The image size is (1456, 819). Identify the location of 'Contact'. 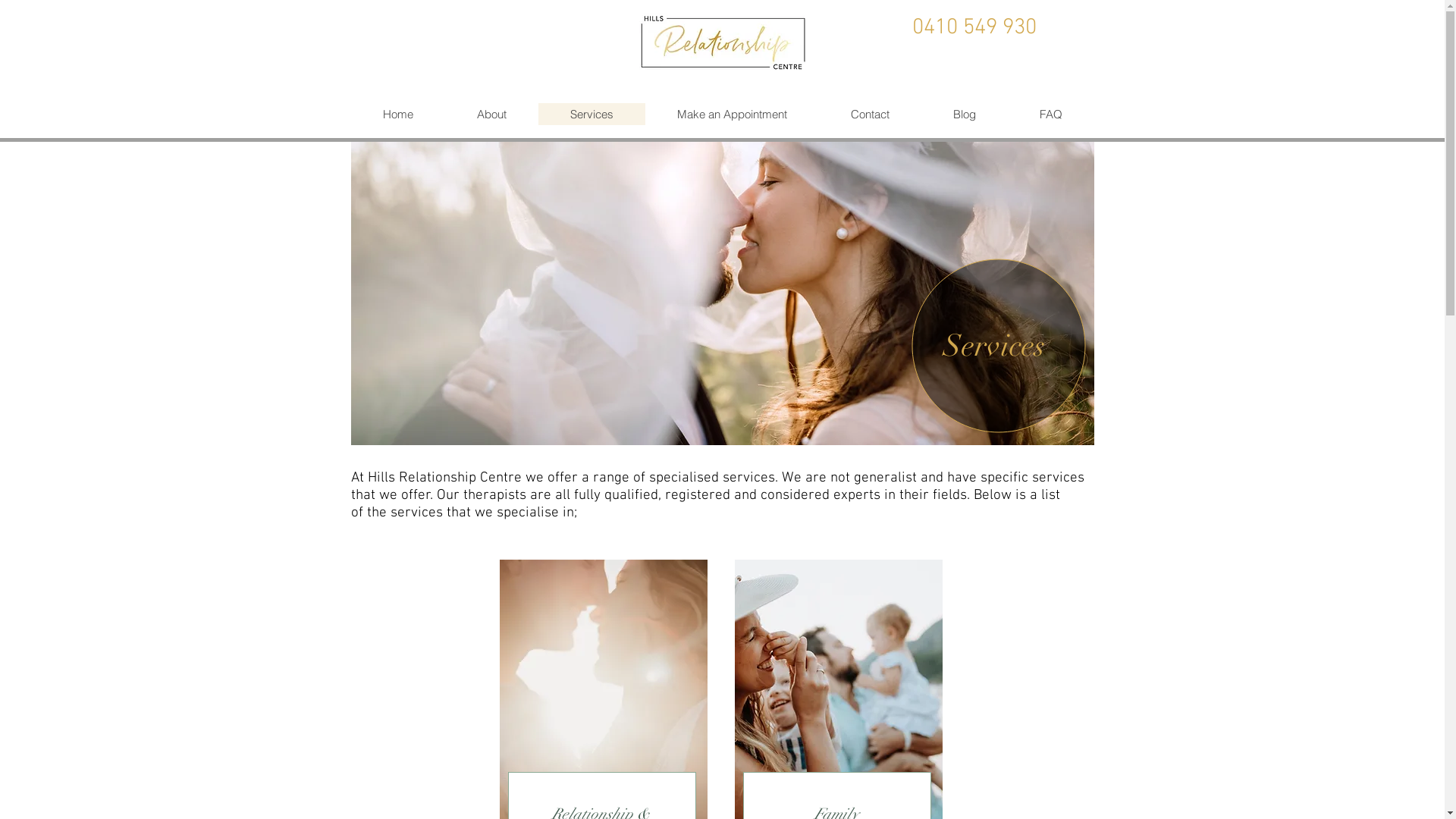
(870, 113).